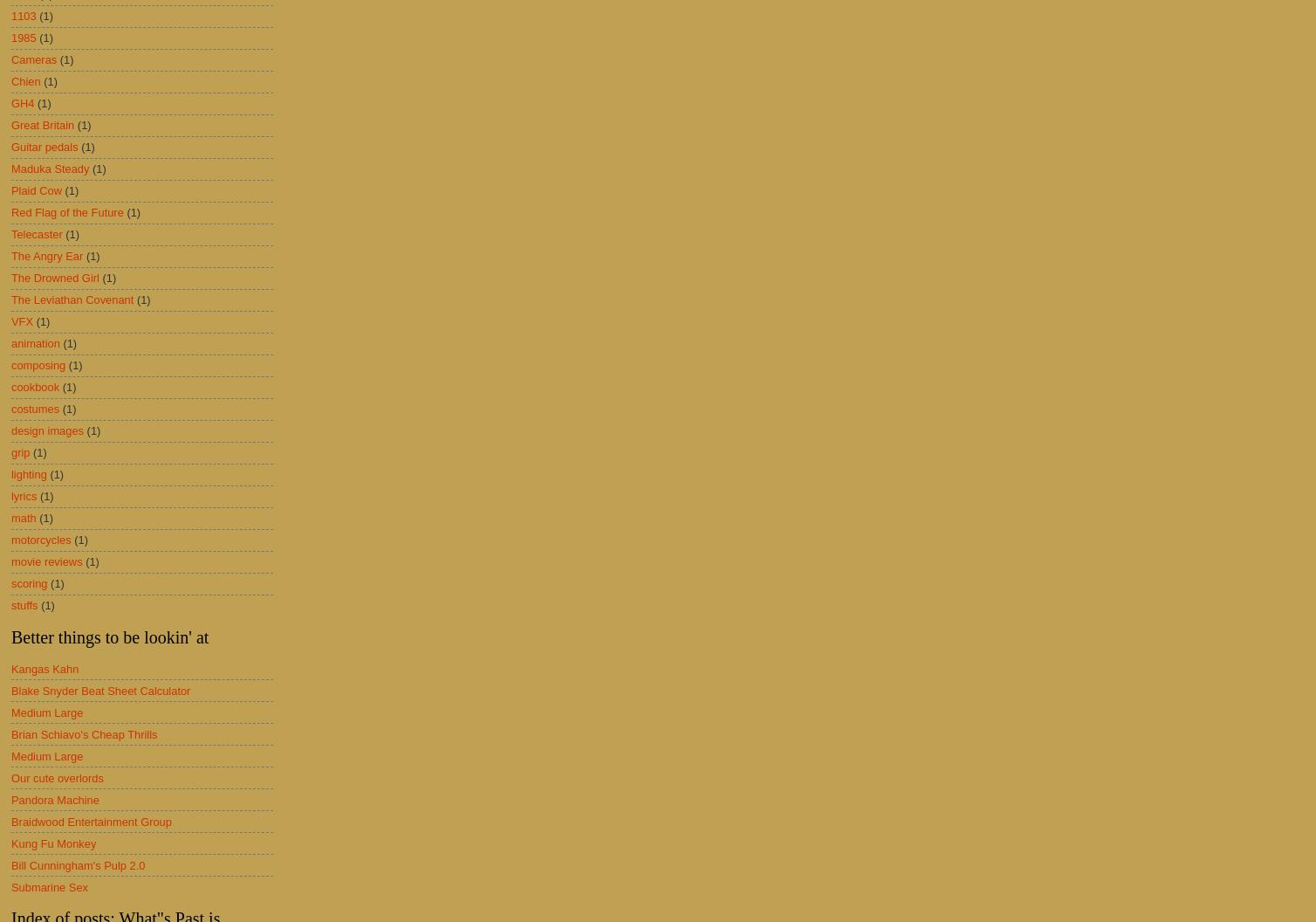  What do you see at coordinates (55, 798) in the screenshot?
I see `'Pandora Machine'` at bounding box center [55, 798].